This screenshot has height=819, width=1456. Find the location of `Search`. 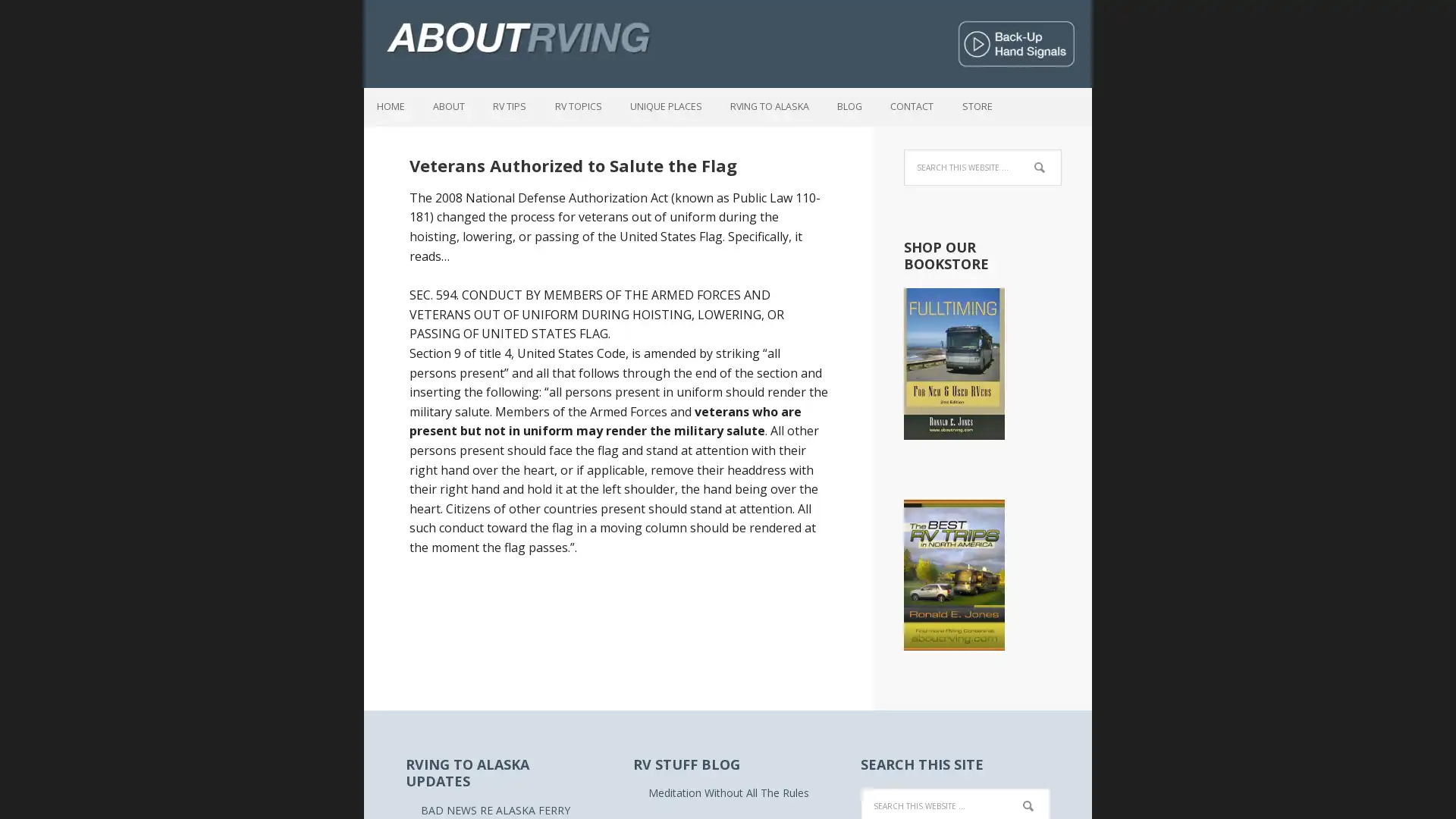

Search is located at coordinates (1048, 797).